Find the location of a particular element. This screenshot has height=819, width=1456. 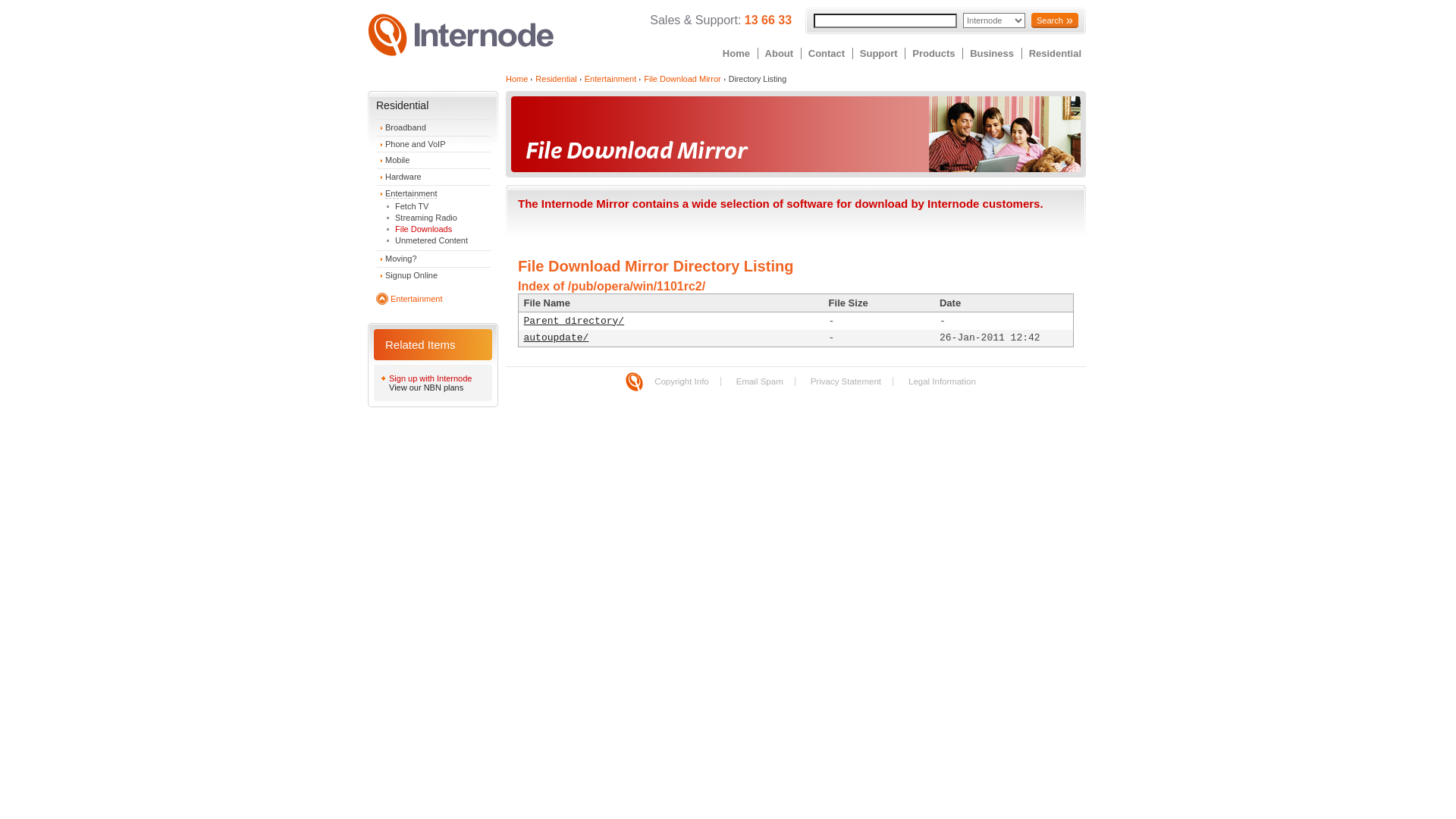

'Moving?' is located at coordinates (400, 257).